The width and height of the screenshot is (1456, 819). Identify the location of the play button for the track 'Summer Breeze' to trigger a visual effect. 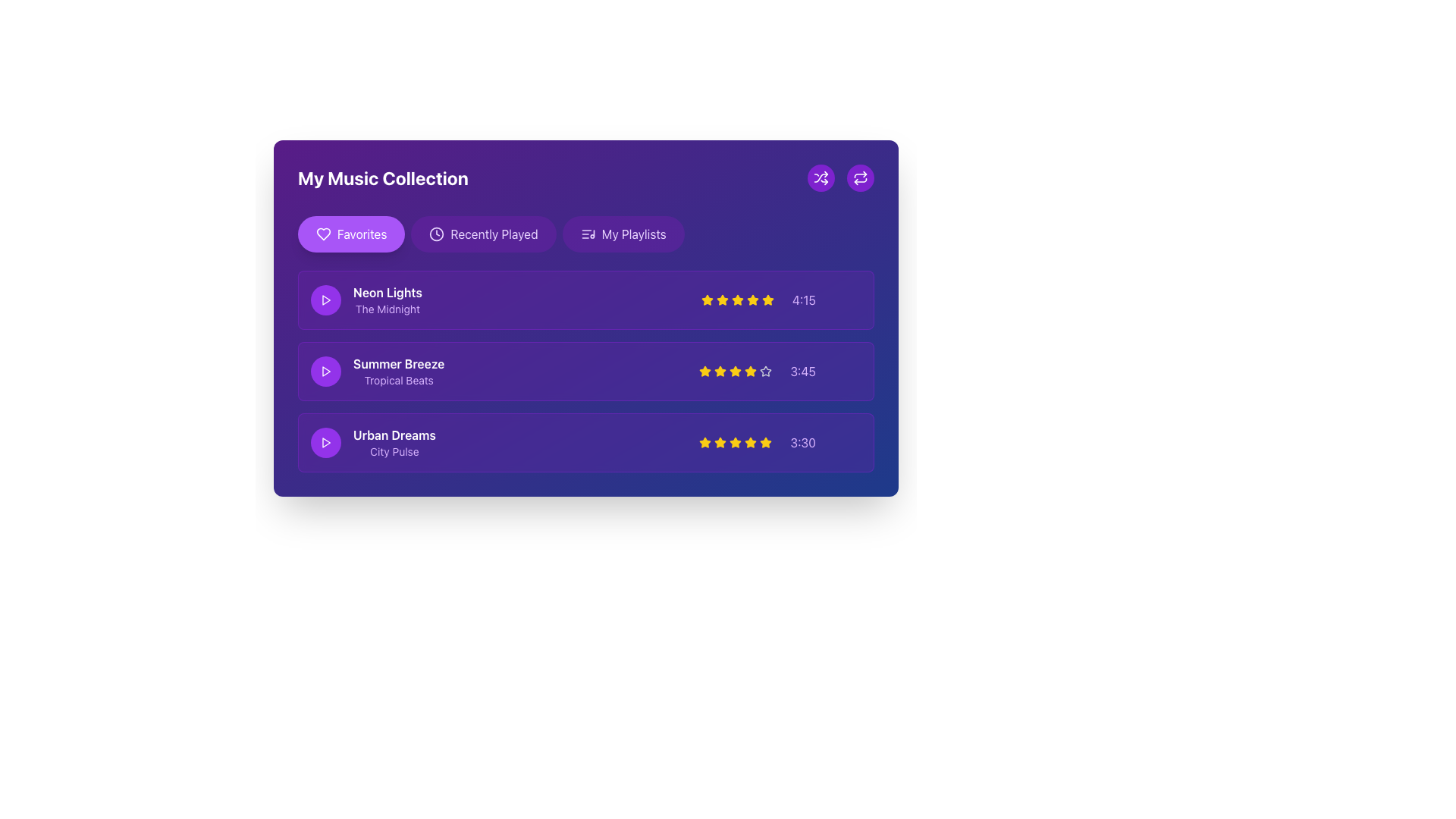
(325, 371).